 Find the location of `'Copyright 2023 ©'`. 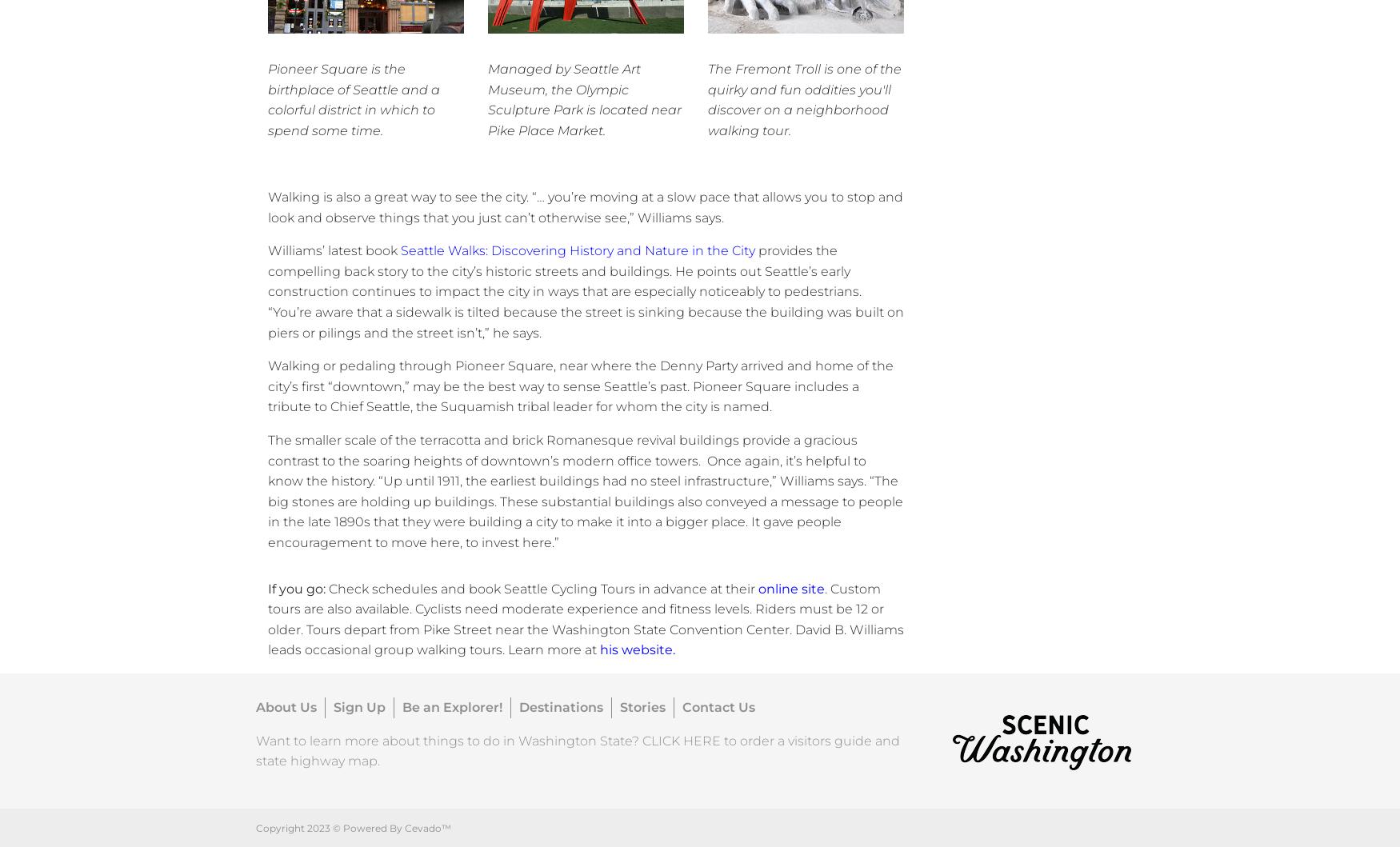

'Copyright 2023 ©' is located at coordinates (299, 826).